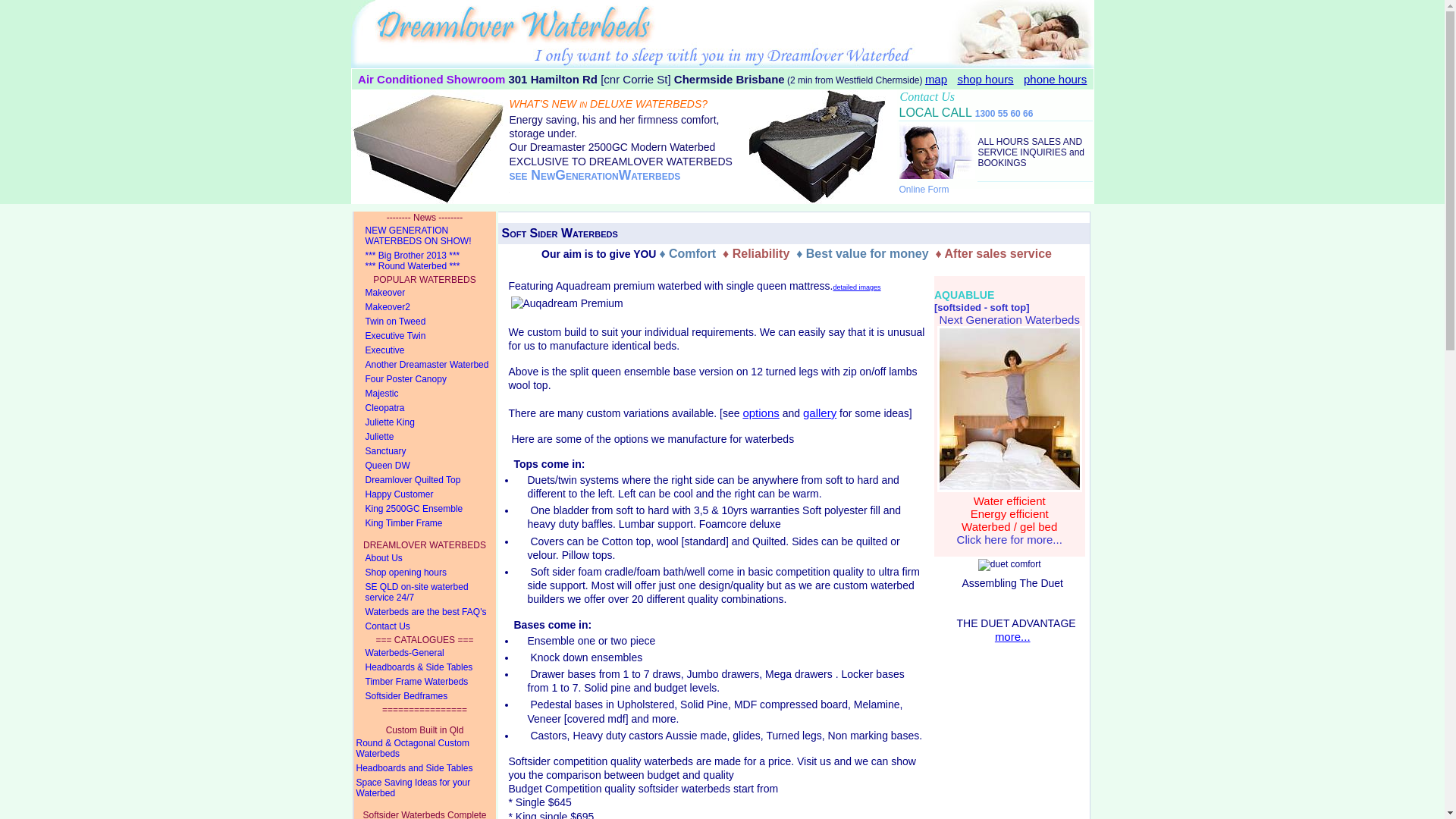 This screenshot has height=819, width=1456. What do you see at coordinates (424, 393) in the screenshot?
I see `'Majestic'` at bounding box center [424, 393].